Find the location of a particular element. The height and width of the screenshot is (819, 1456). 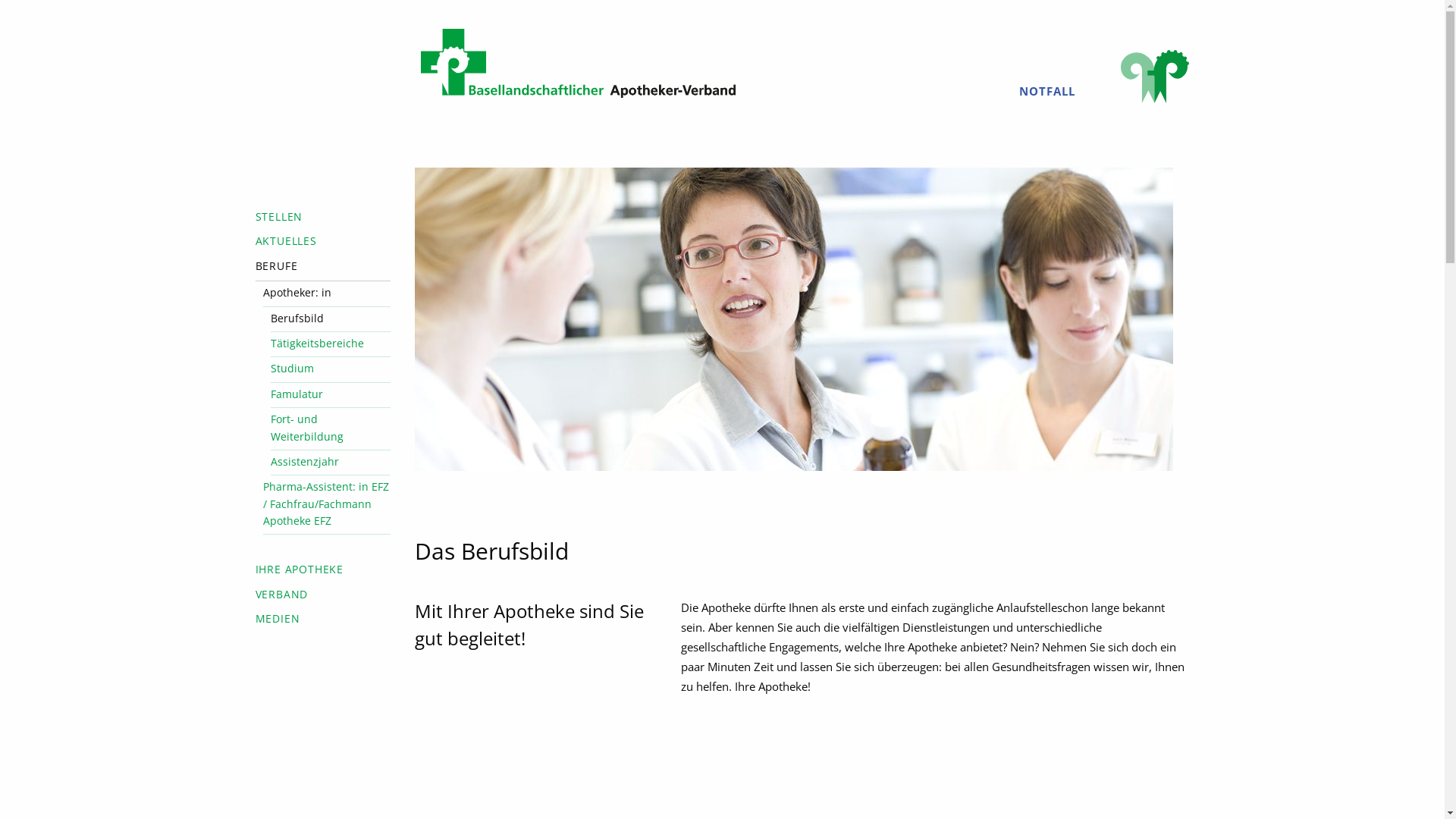

'BERUFE' is located at coordinates (255, 268).